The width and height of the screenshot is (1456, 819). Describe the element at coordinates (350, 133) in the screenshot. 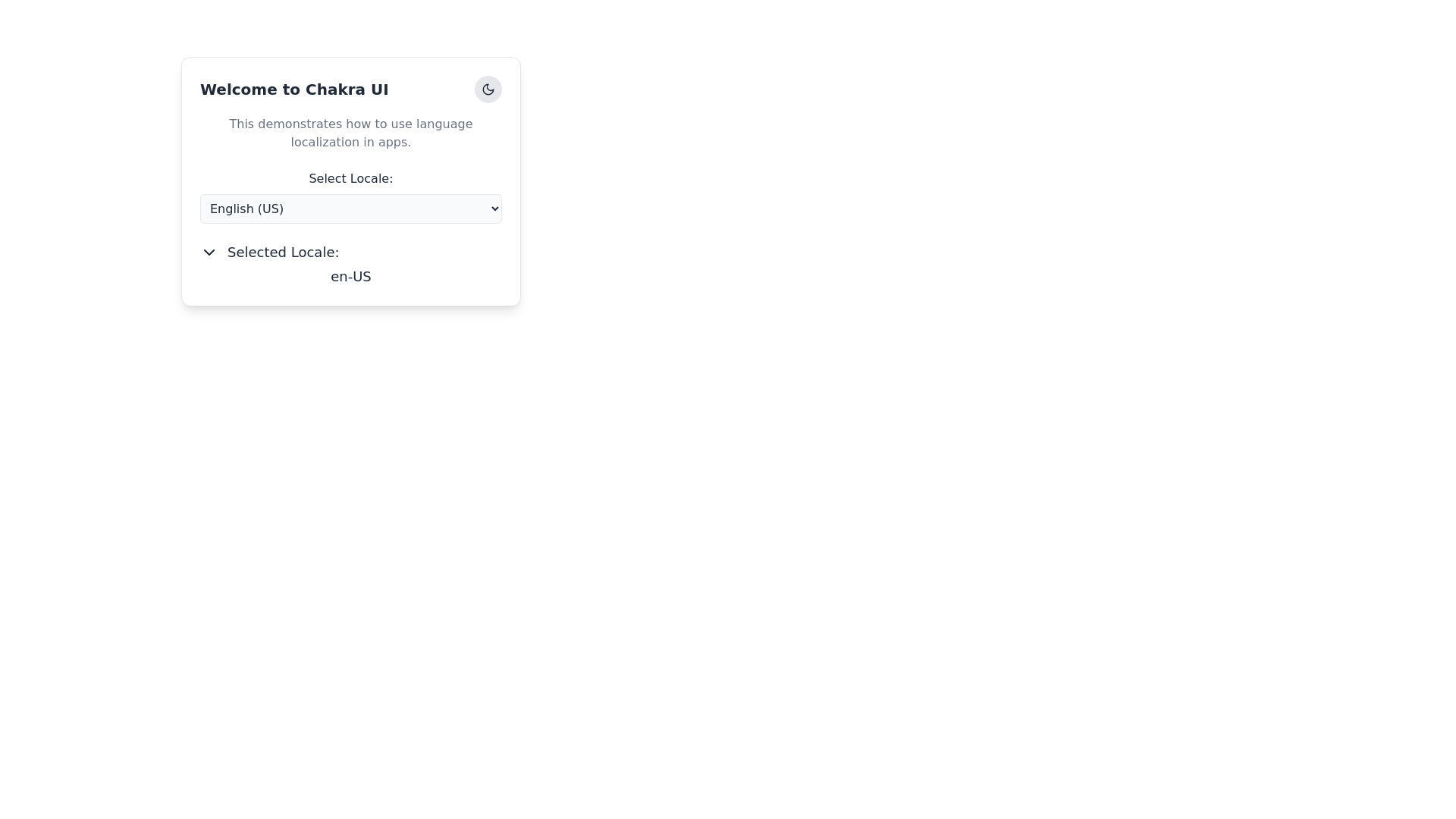

I see `the explanatory text that introduces the concept of language localization, located below the title 'Welcome to Chakra UI' and above 'Select Locale:'` at that location.